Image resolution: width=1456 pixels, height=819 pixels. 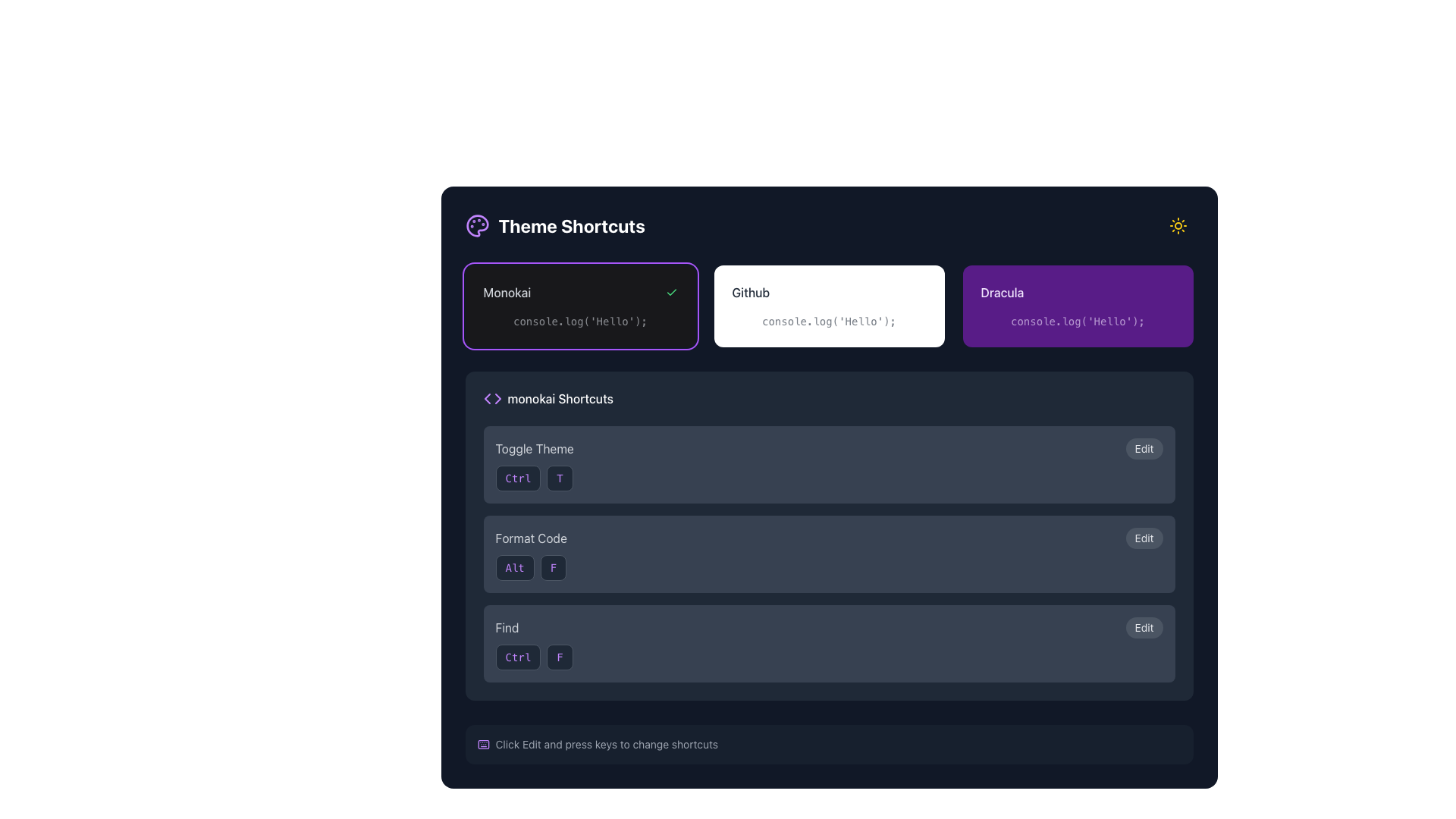 What do you see at coordinates (518, 479) in the screenshot?
I see `the 'Ctrl' key representation in the 'Toggle Theme' section of the 'monokai Shortcuts' panel` at bounding box center [518, 479].